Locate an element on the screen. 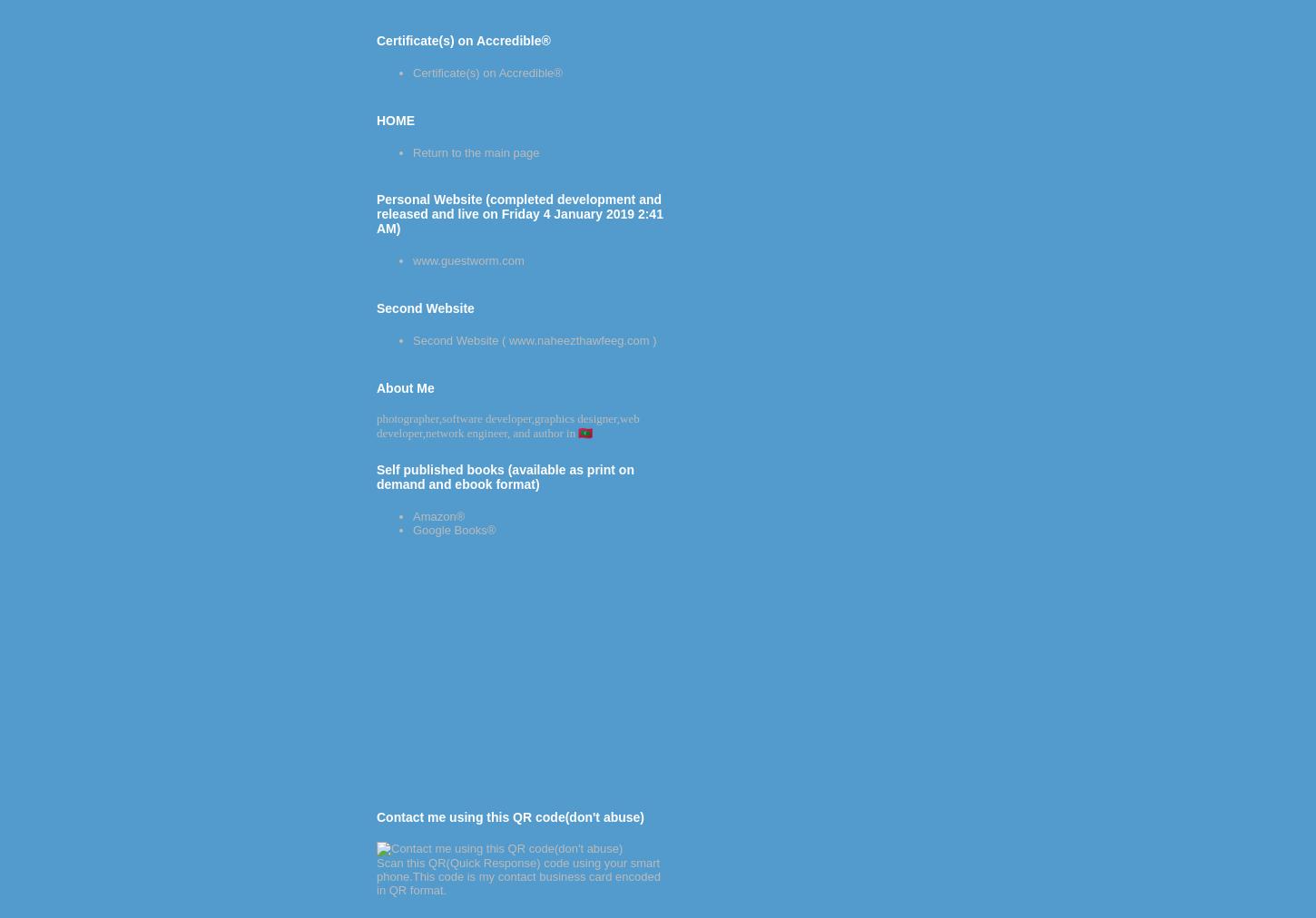  'Second Website ( www.naheezthawfeeg.com )' is located at coordinates (534, 338).